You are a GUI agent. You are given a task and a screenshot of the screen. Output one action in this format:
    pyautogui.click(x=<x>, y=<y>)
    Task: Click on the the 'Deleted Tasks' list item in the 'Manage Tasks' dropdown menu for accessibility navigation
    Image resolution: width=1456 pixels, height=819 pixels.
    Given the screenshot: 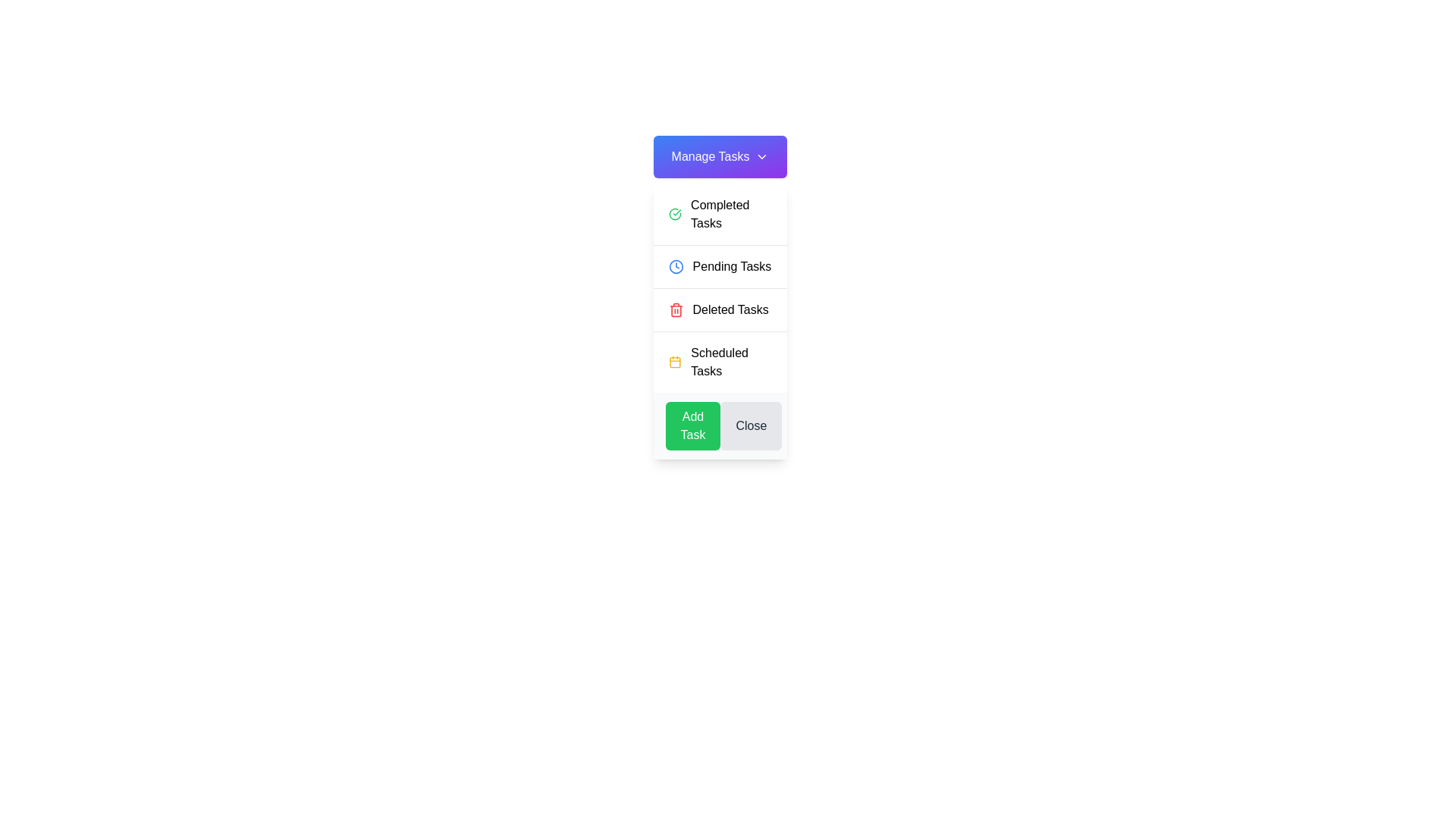 What is the action you would take?
    pyautogui.click(x=720, y=309)
    